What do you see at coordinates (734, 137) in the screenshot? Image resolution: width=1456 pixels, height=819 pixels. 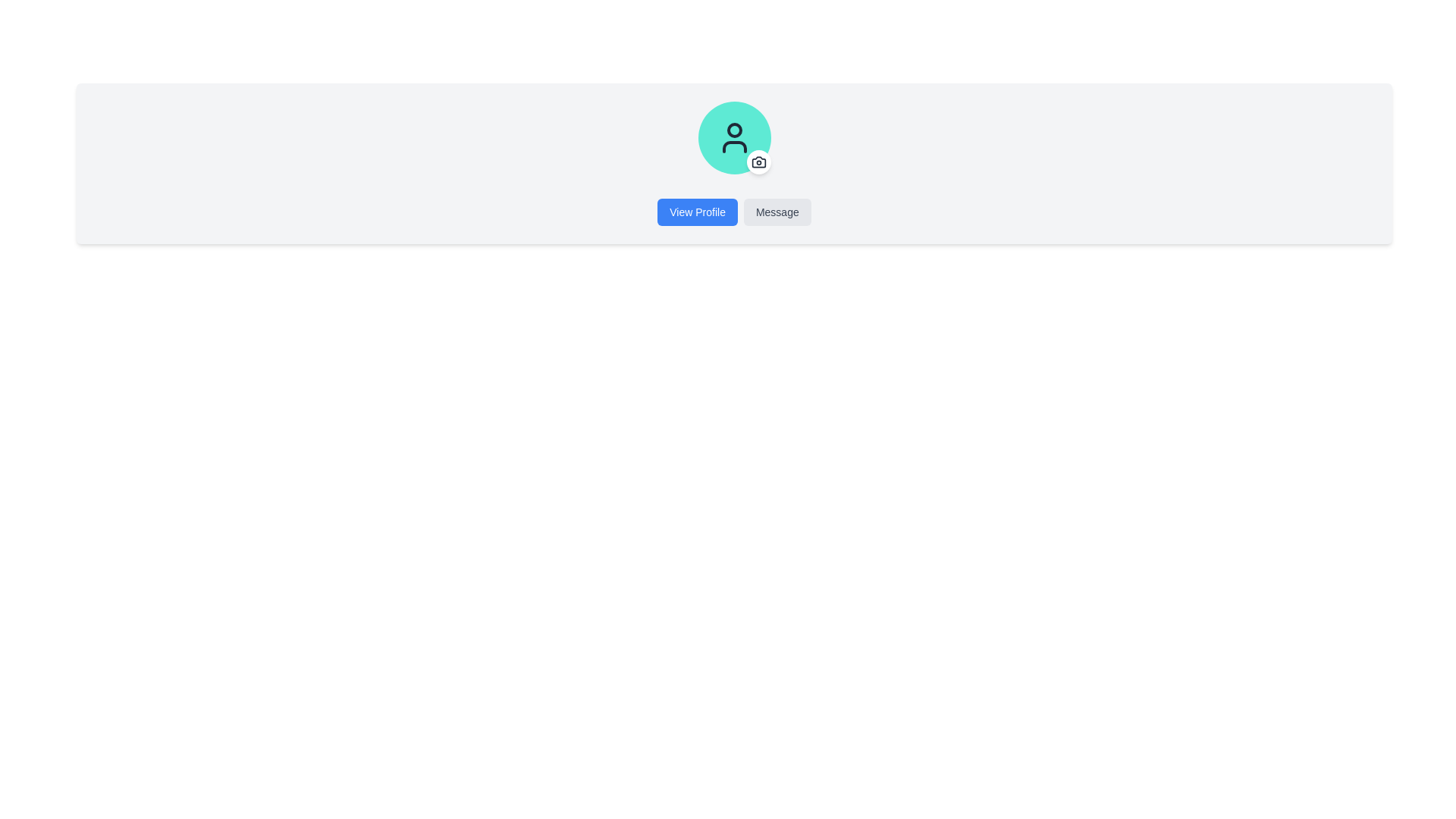 I see `the user icon resembling a simplified avatar silhouette, colored in a dark shade against a teal circular background` at bounding box center [734, 137].